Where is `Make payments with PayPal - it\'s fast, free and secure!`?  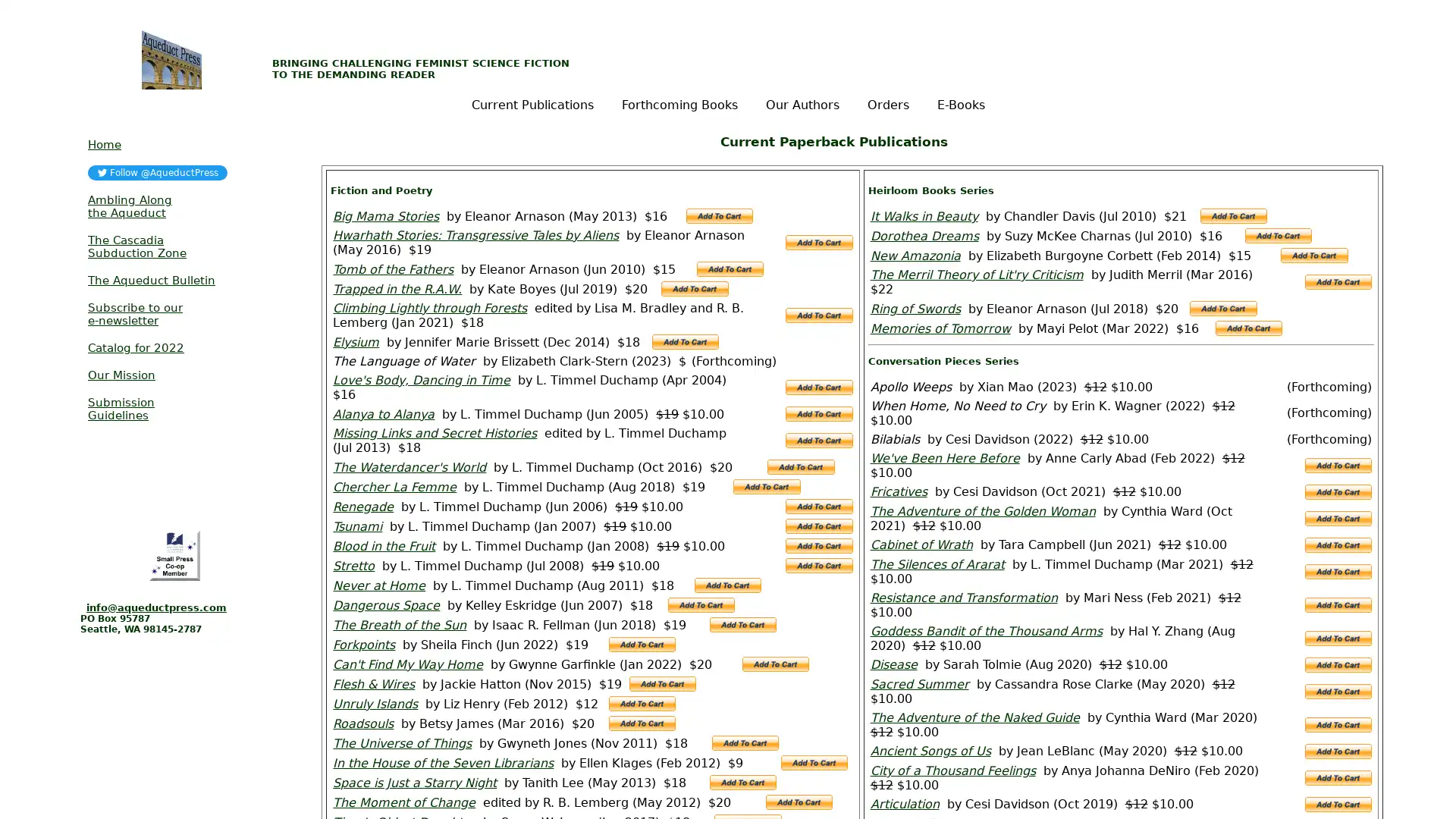 Make payments with PayPal - it\'s fast, free and secure! is located at coordinates (1338, 570).